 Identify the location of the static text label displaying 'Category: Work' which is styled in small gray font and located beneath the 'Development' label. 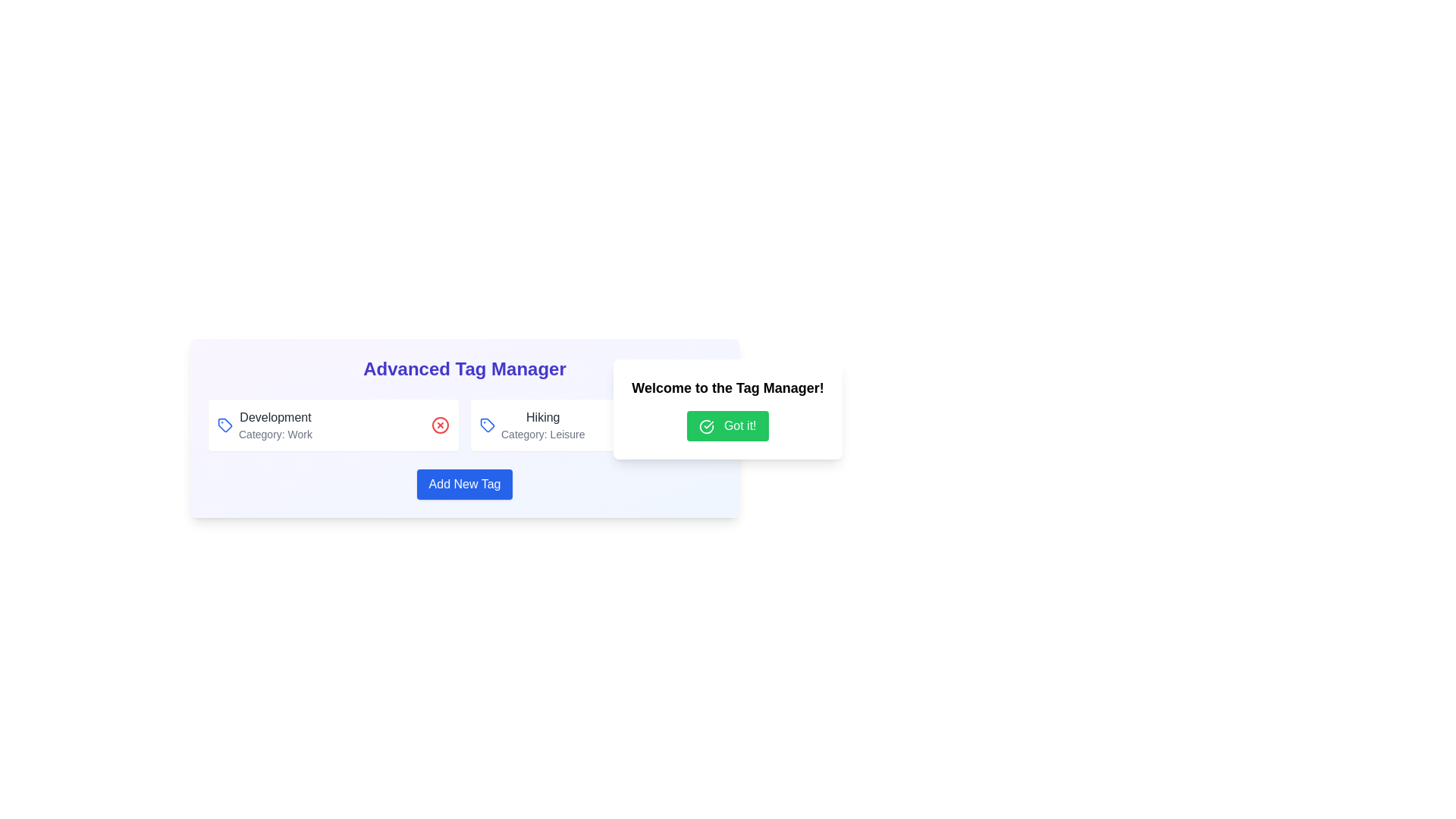
(275, 435).